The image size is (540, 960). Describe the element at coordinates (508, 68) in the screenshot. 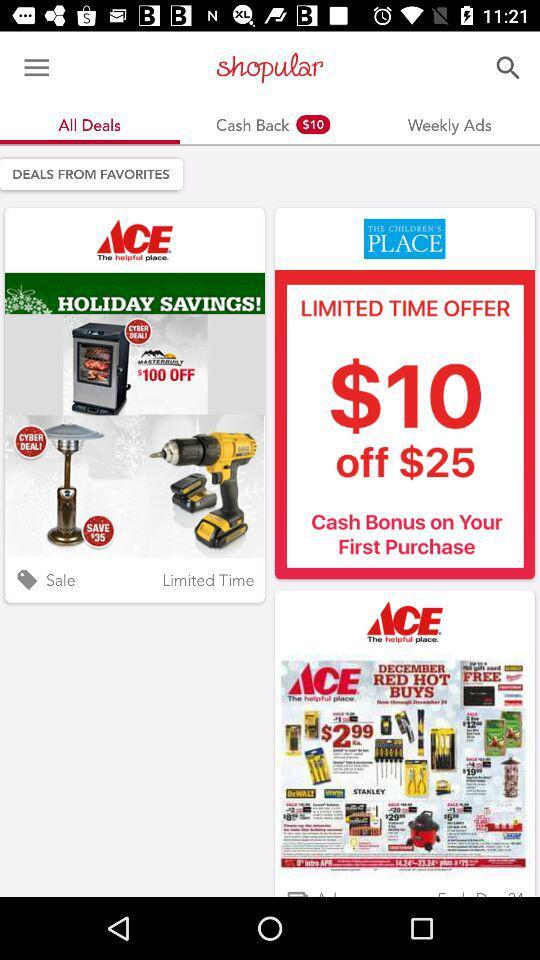

I see `icon above the weekly ads icon` at that location.